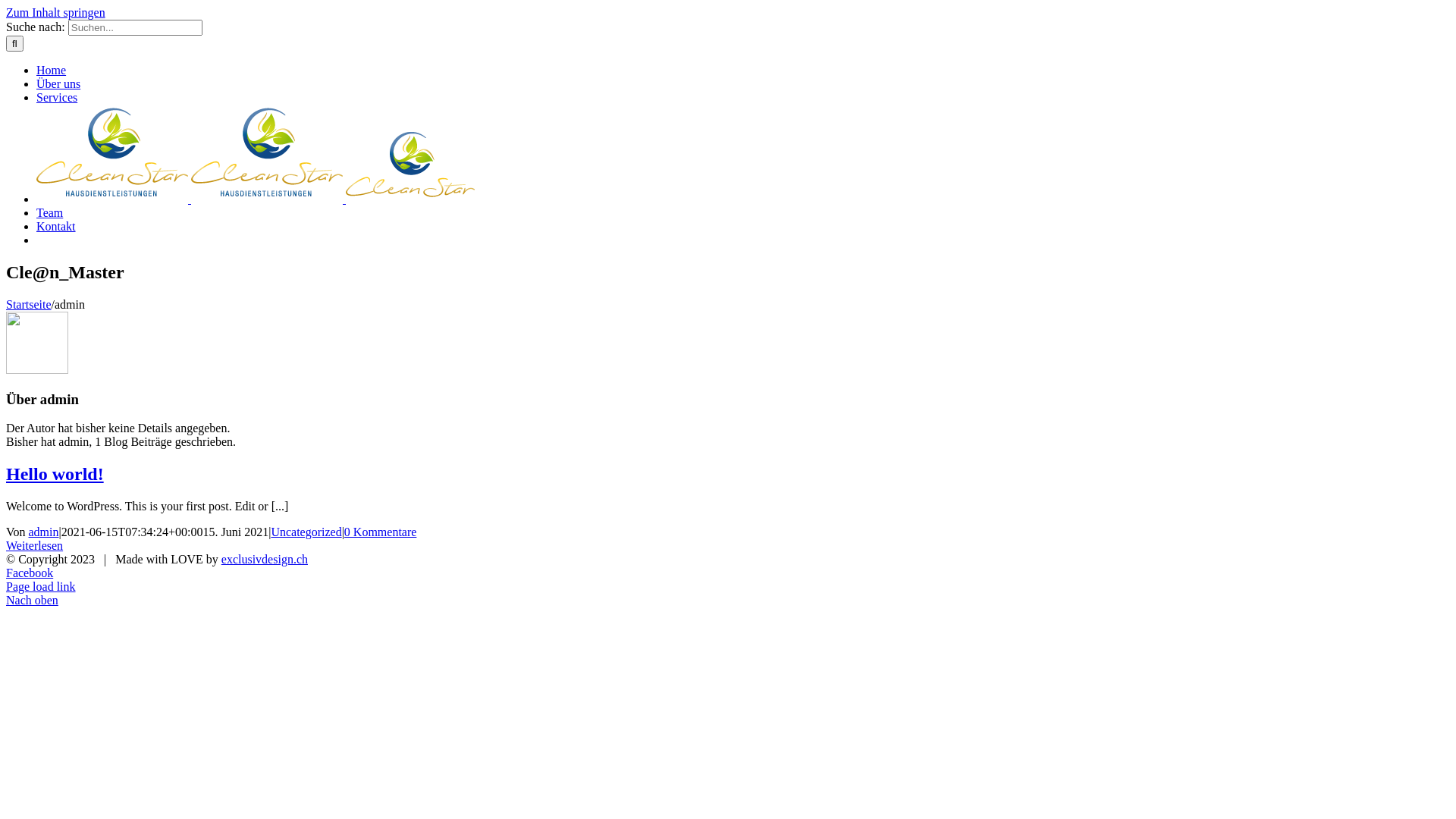  What do you see at coordinates (57, 97) in the screenshot?
I see `'Services'` at bounding box center [57, 97].